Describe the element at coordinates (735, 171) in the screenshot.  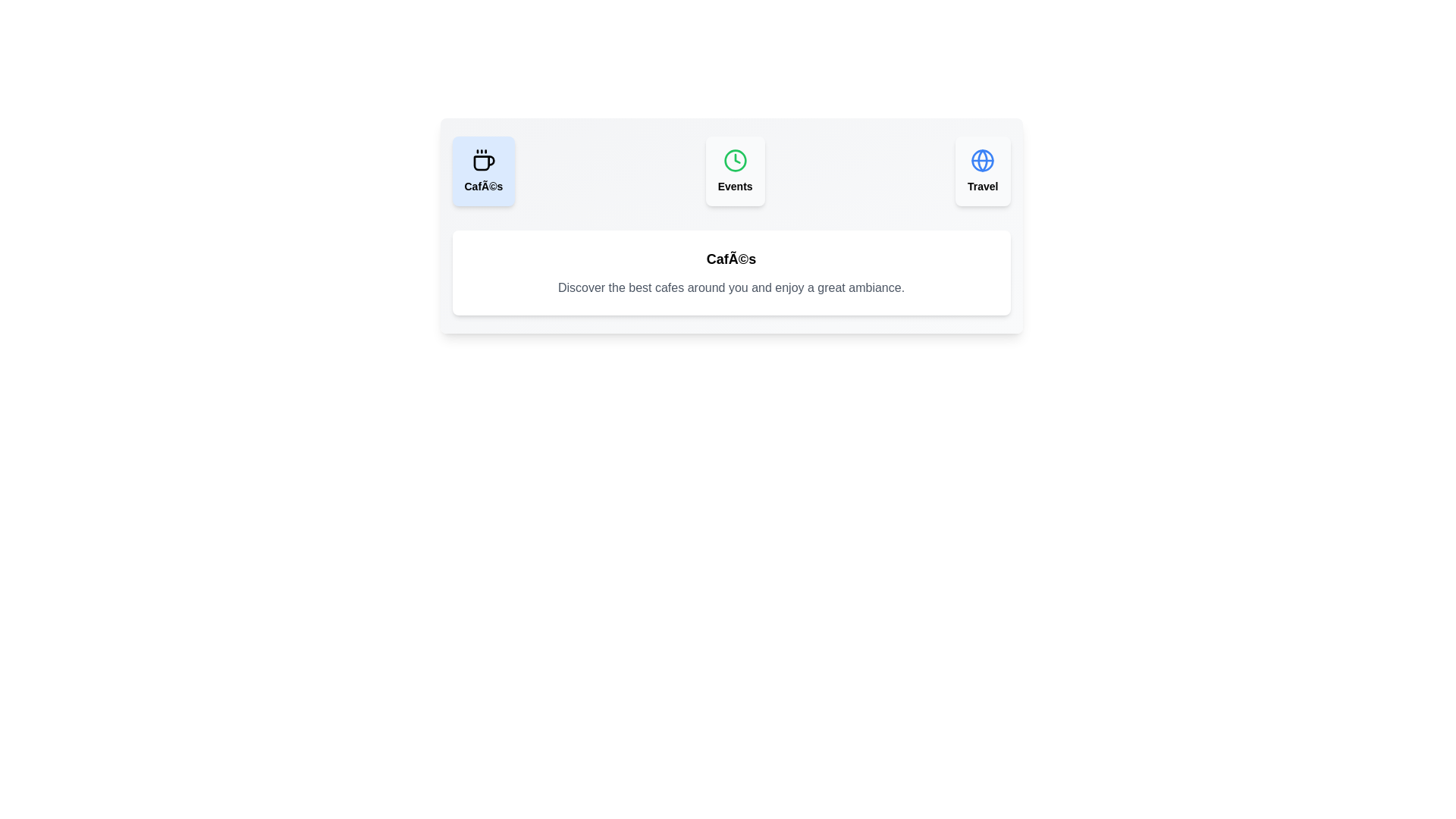
I see `the tab labeled Events to observe its hover effects` at that location.